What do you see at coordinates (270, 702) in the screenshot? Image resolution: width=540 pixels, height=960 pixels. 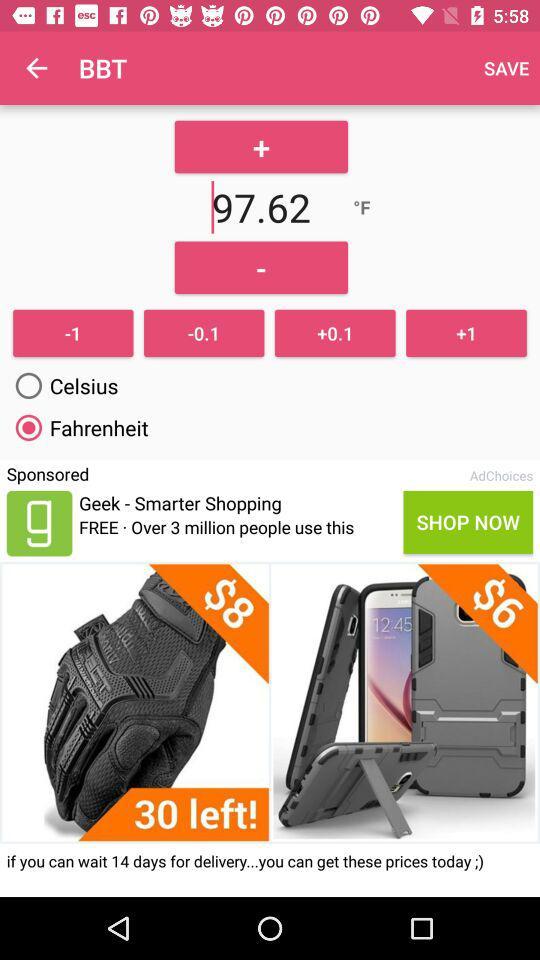 I see `picture advertising products` at bounding box center [270, 702].